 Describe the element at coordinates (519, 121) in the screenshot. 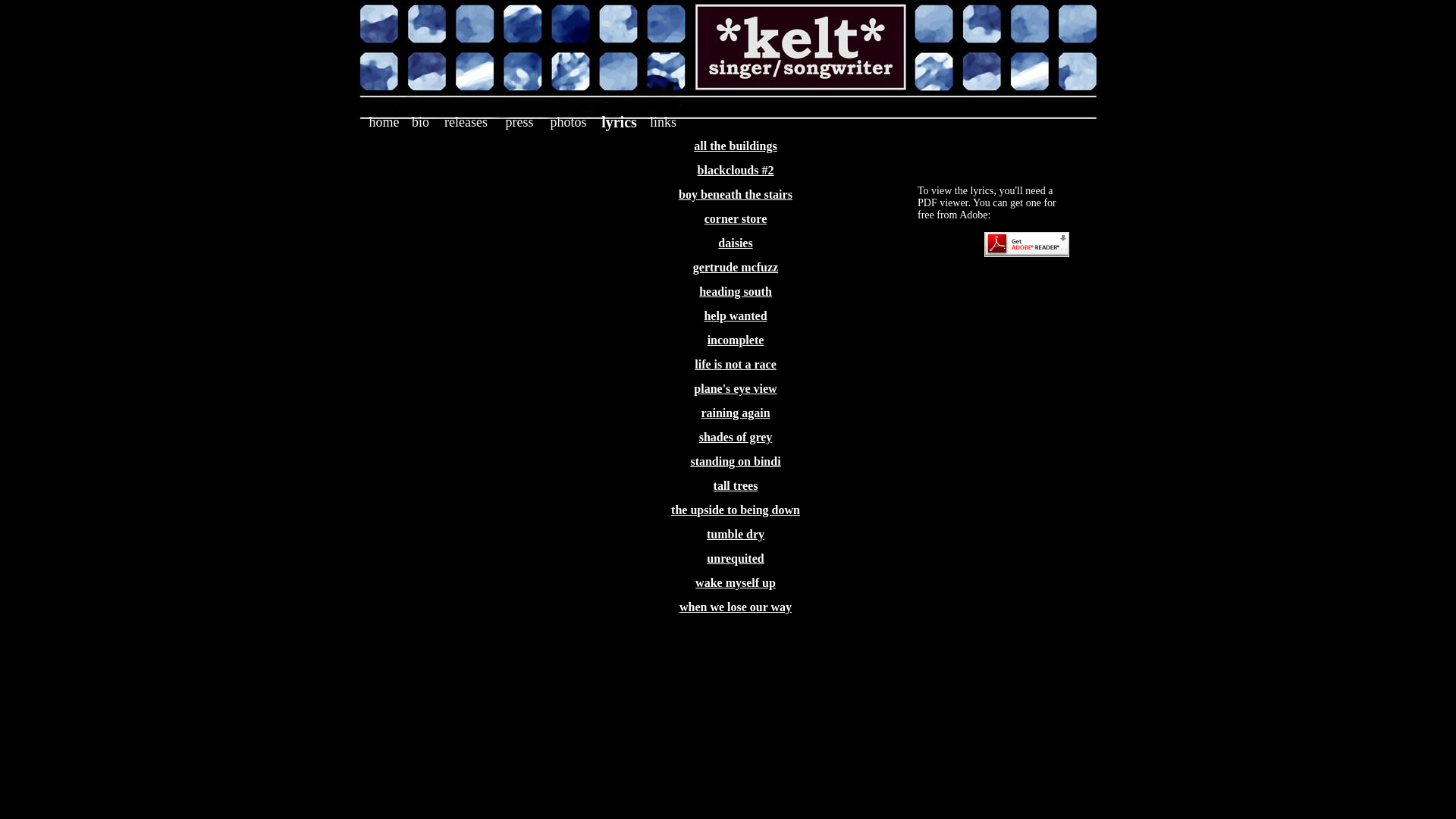

I see `'press'` at that location.